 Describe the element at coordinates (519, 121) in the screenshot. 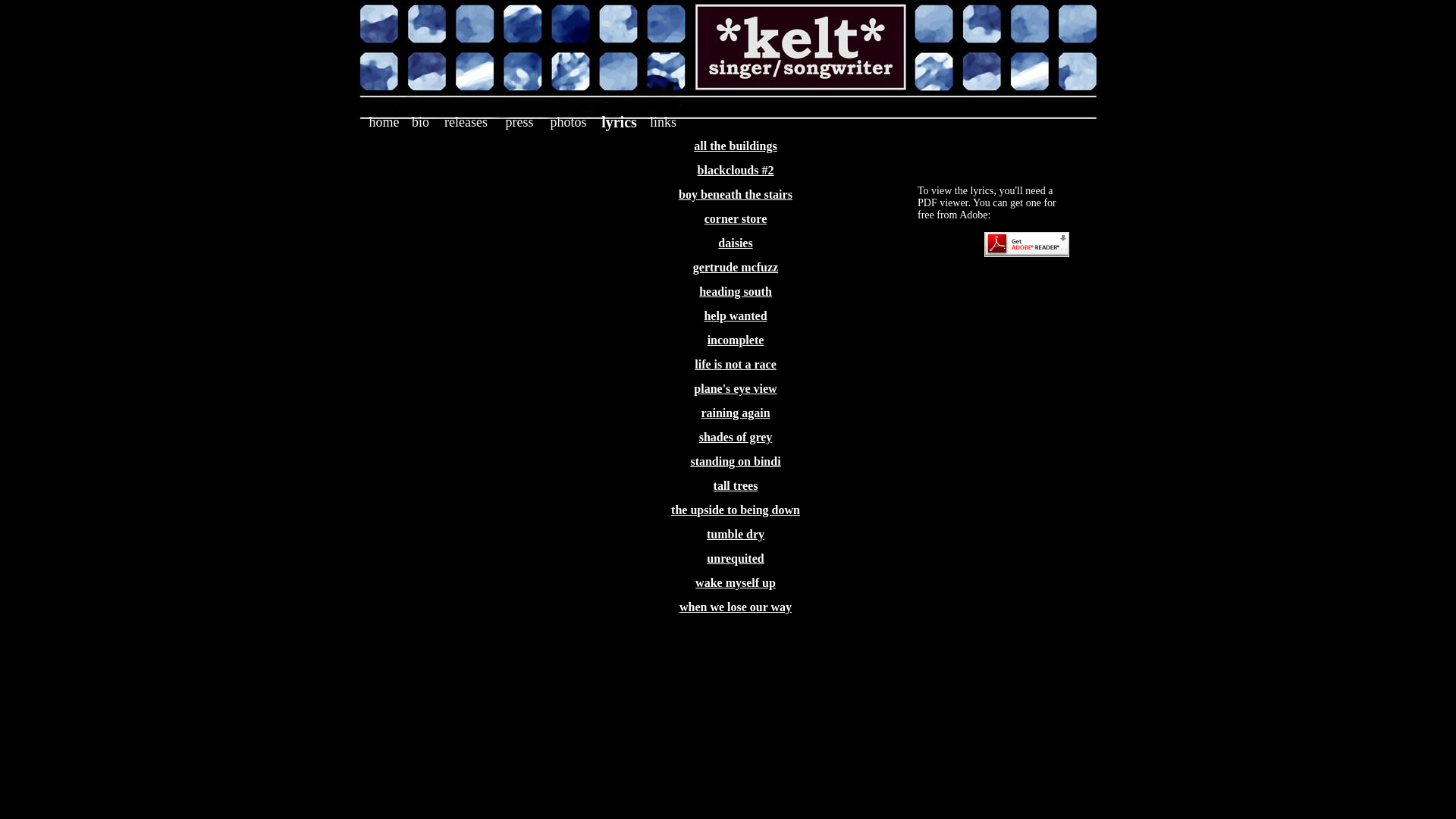

I see `'press'` at that location.